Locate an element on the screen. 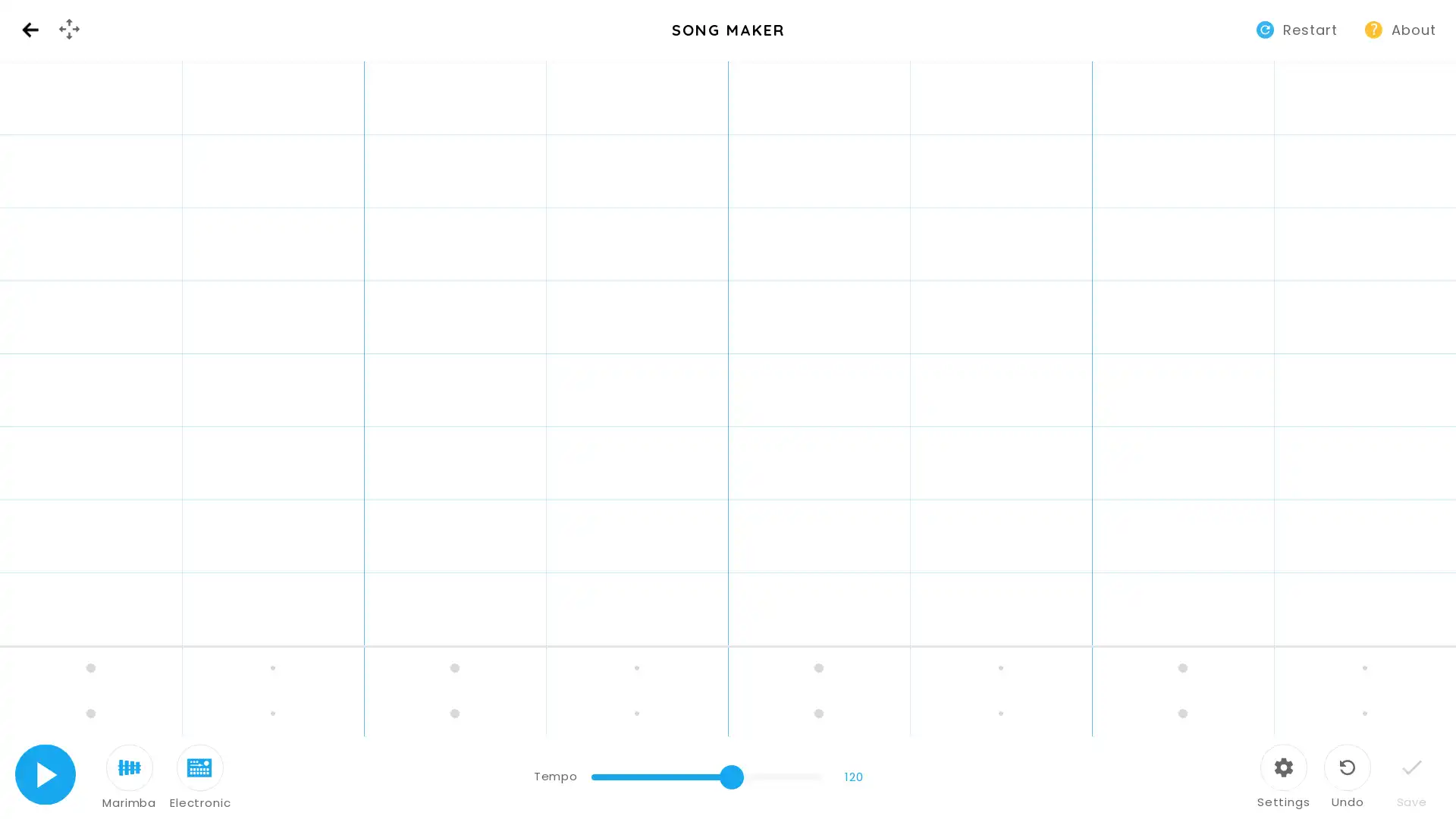 This screenshot has width=1456, height=819. Play is located at coordinates (45, 774).